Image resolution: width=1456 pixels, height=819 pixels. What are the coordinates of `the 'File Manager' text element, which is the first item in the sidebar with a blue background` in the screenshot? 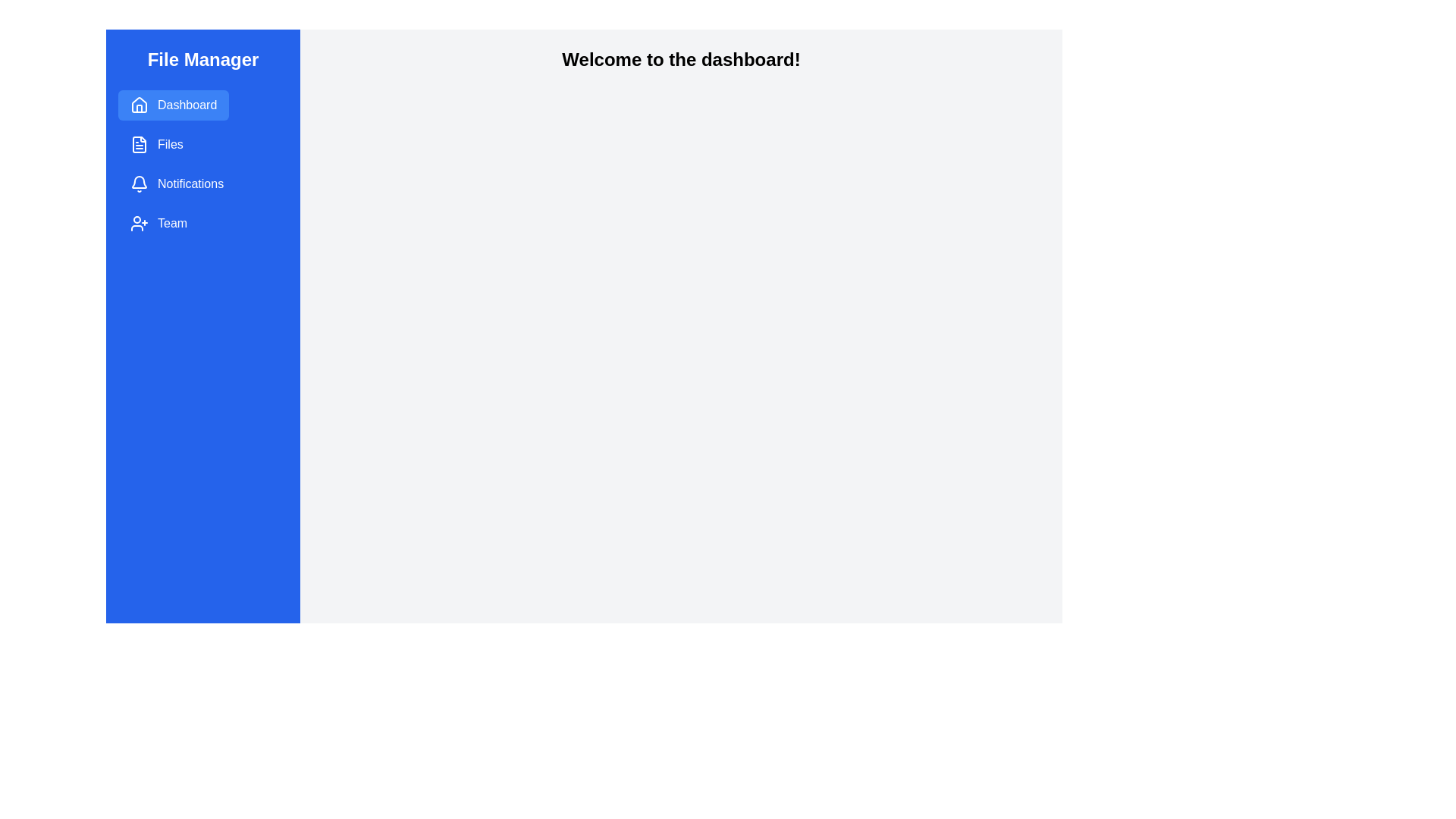 It's located at (202, 58).